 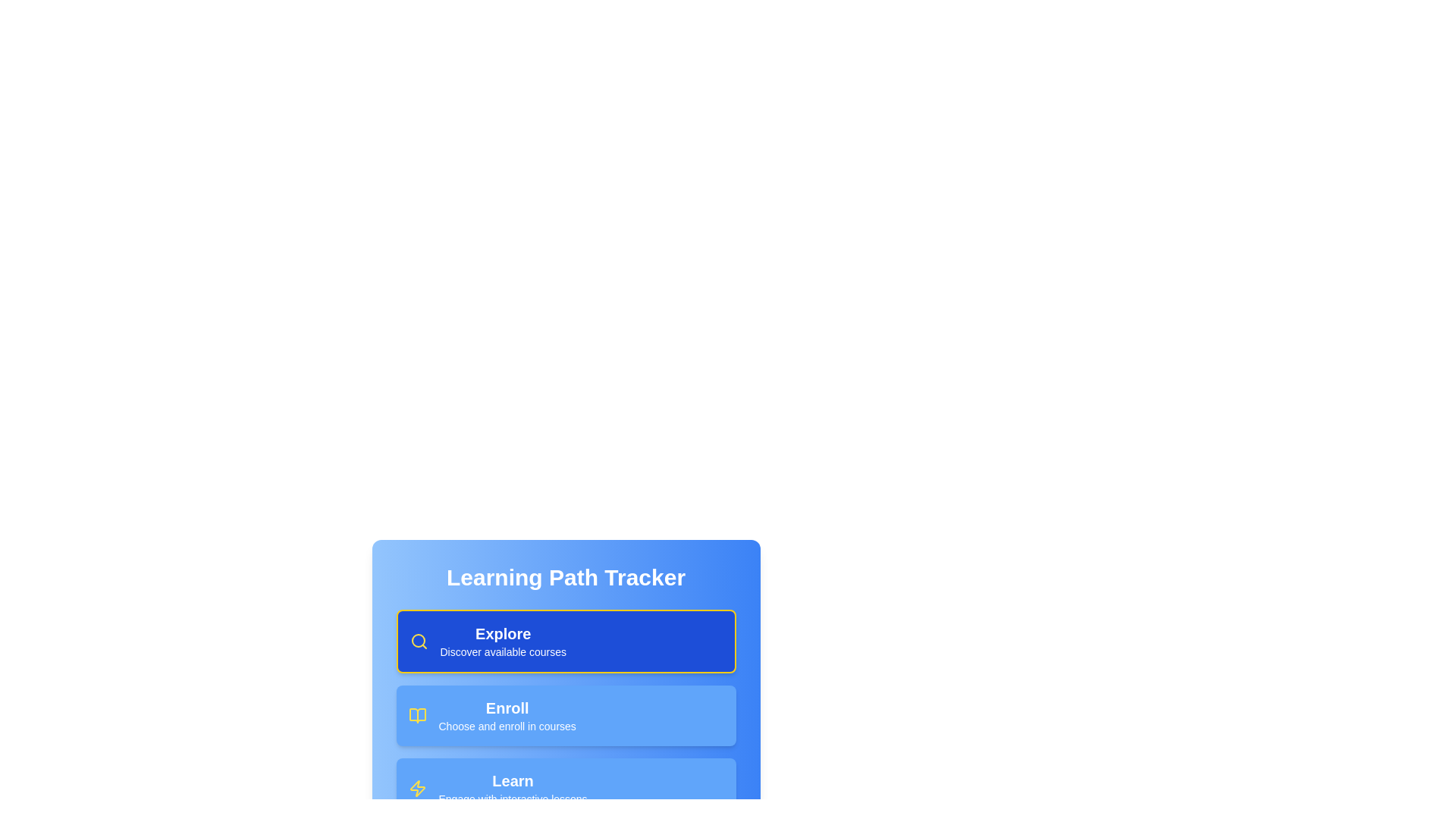 What do you see at coordinates (507, 716) in the screenshot?
I see `the 'Enroll' text block, which is located below the 'Explore' section and above the 'Learn' section in a vertically stacked list` at bounding box center [507, 716].